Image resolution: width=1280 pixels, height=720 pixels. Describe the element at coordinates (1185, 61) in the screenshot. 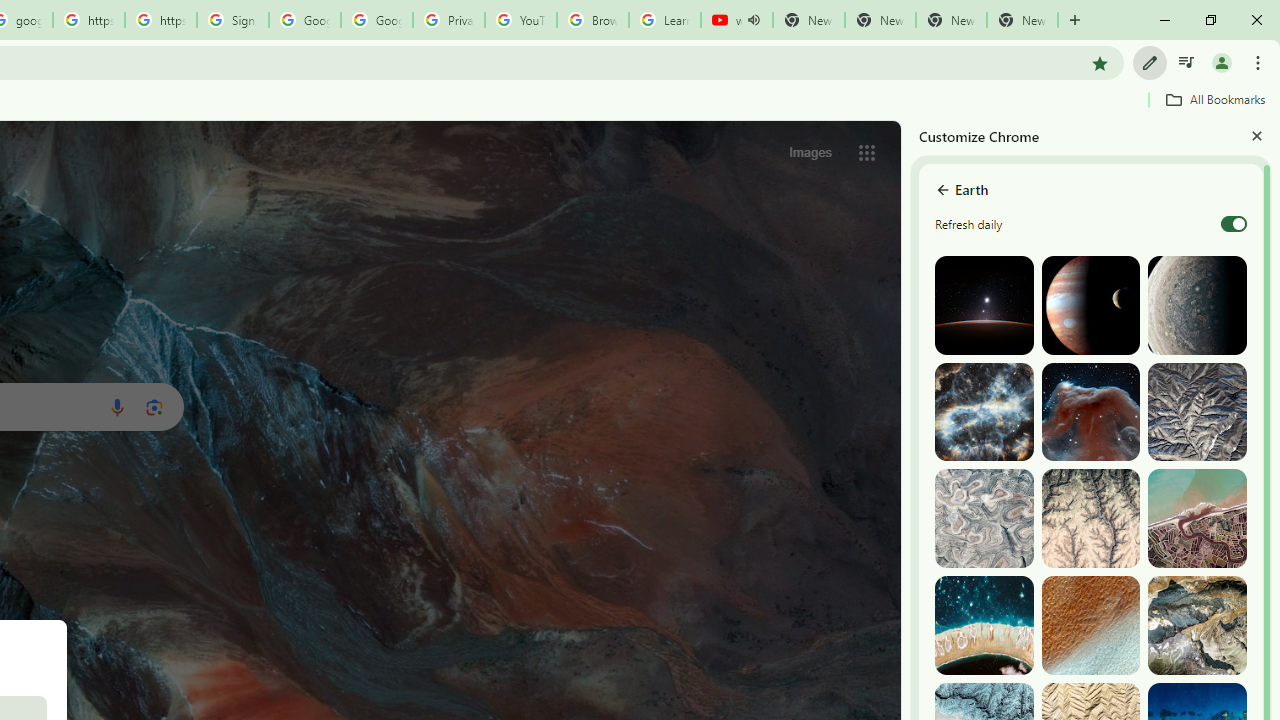

I see `'Control your music, videos, and more'` at that location.